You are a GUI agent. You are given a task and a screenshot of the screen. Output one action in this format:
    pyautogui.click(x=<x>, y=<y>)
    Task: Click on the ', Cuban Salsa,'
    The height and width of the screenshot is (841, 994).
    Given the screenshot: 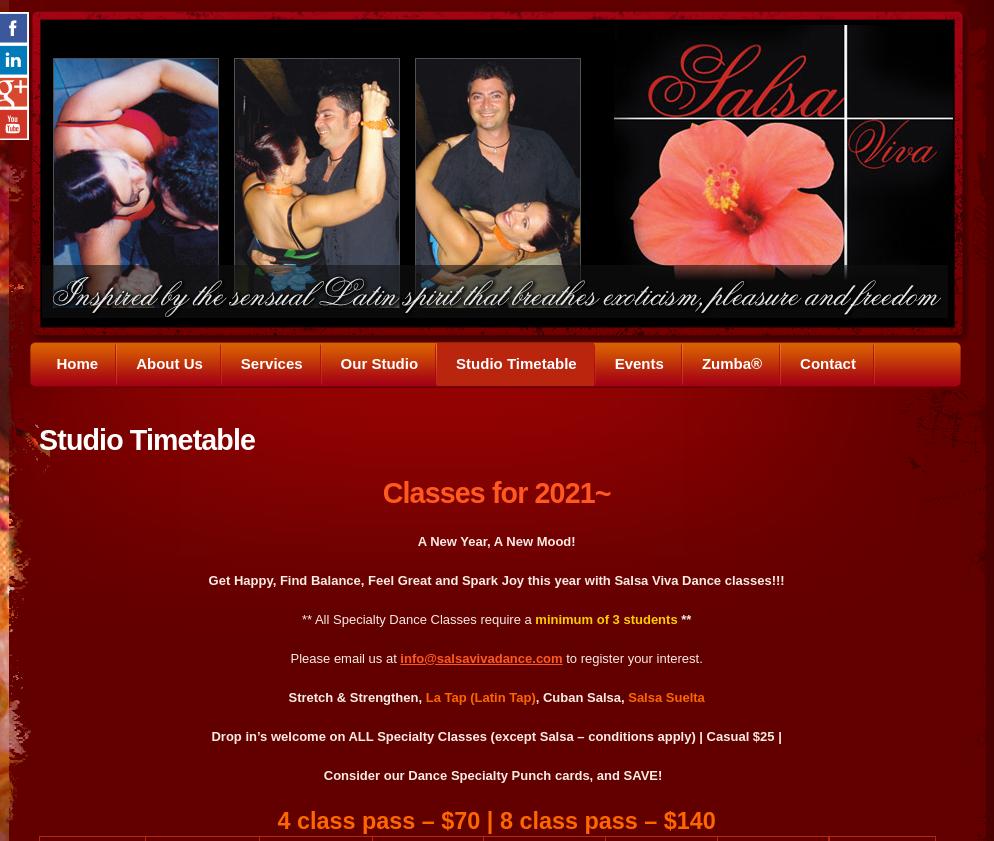 What is the action you would take?
    pyautogui.click(x=579, y=696)
    